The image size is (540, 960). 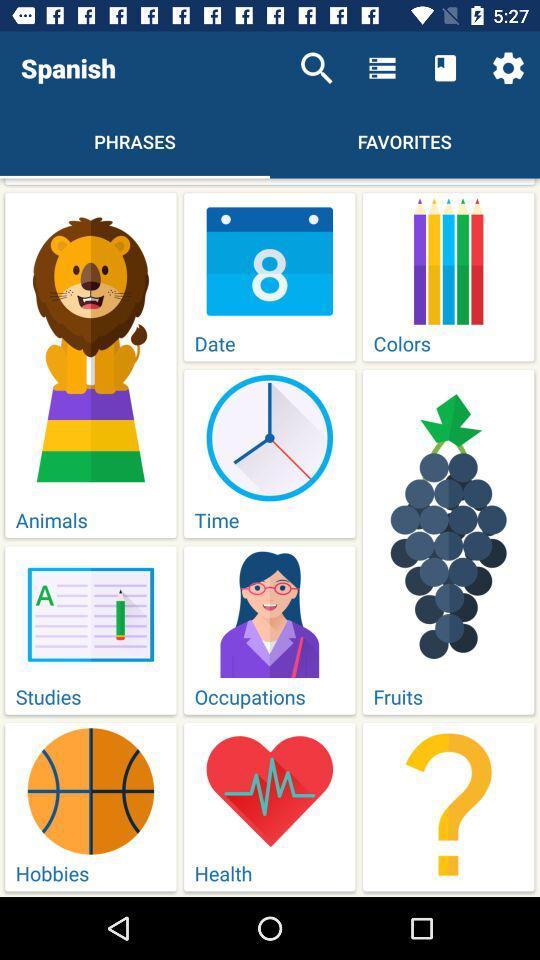 I want to click on icon above the favorites item, so click(x=382, y=68).